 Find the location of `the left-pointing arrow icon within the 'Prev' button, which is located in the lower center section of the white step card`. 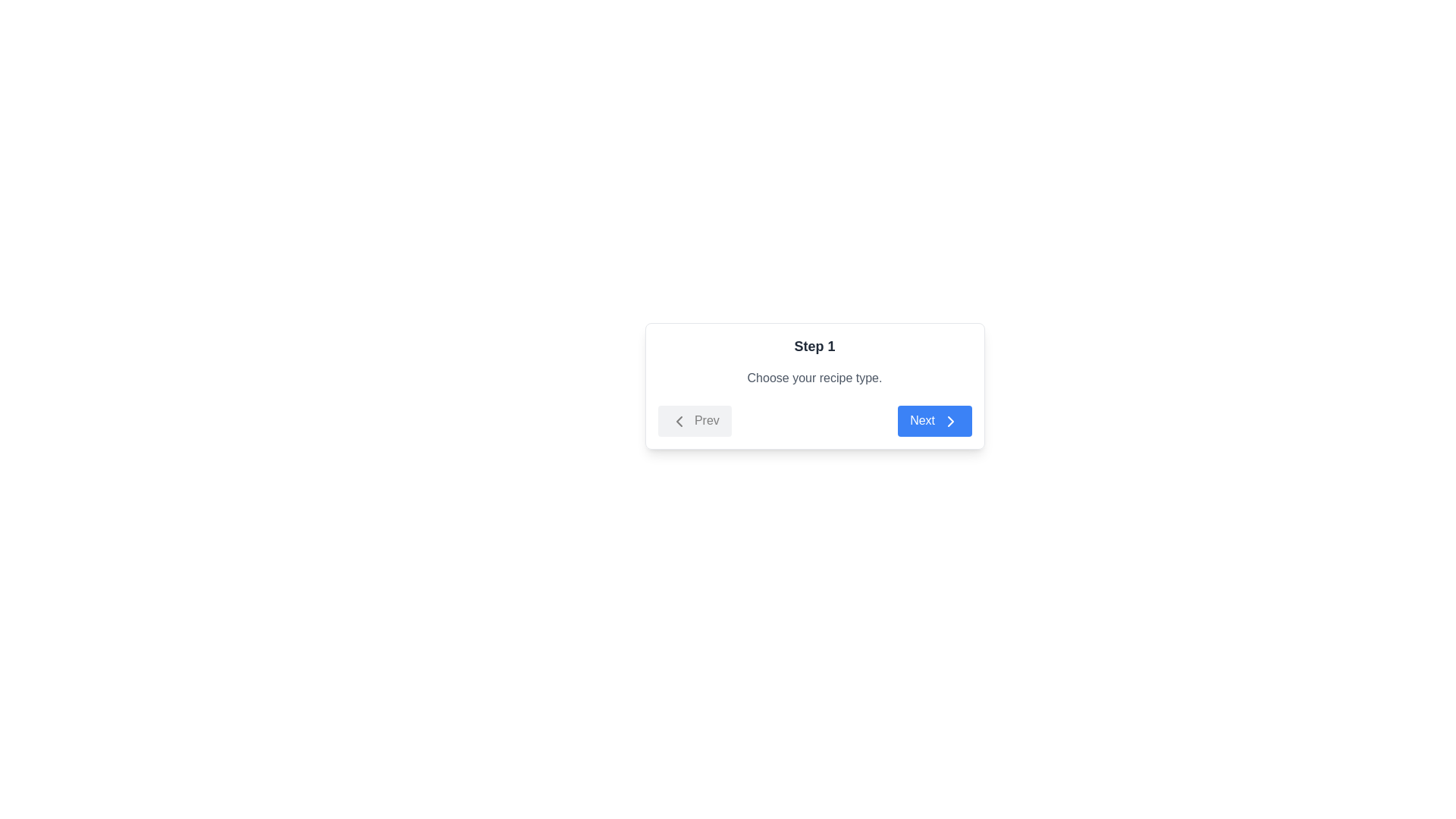

the left-pointing arrow icon within the 'Prev' button, which is located in the lower center section of the white step card is located at coordinates (678, 421).